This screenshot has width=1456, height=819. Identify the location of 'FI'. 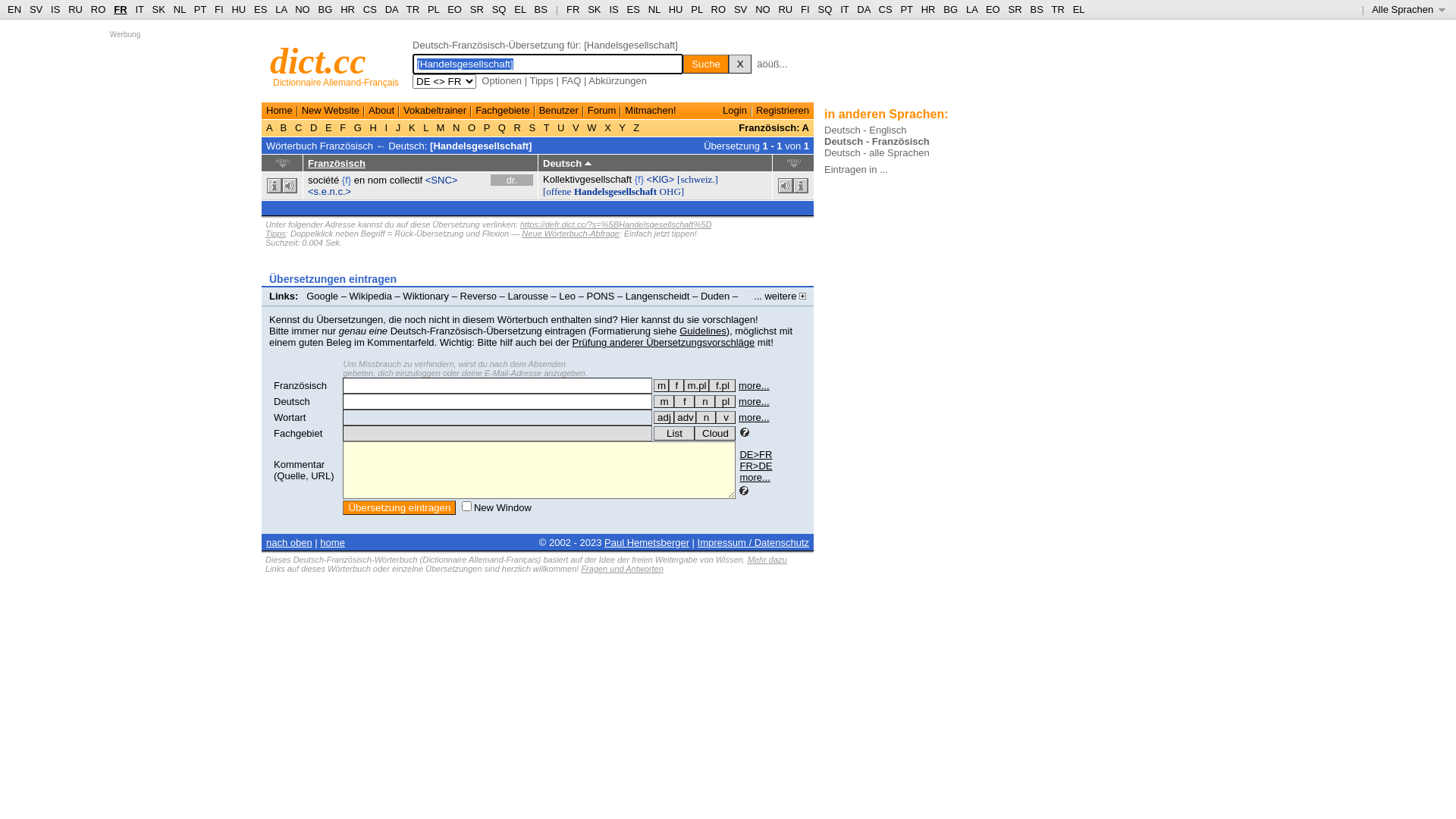
(800, 9).